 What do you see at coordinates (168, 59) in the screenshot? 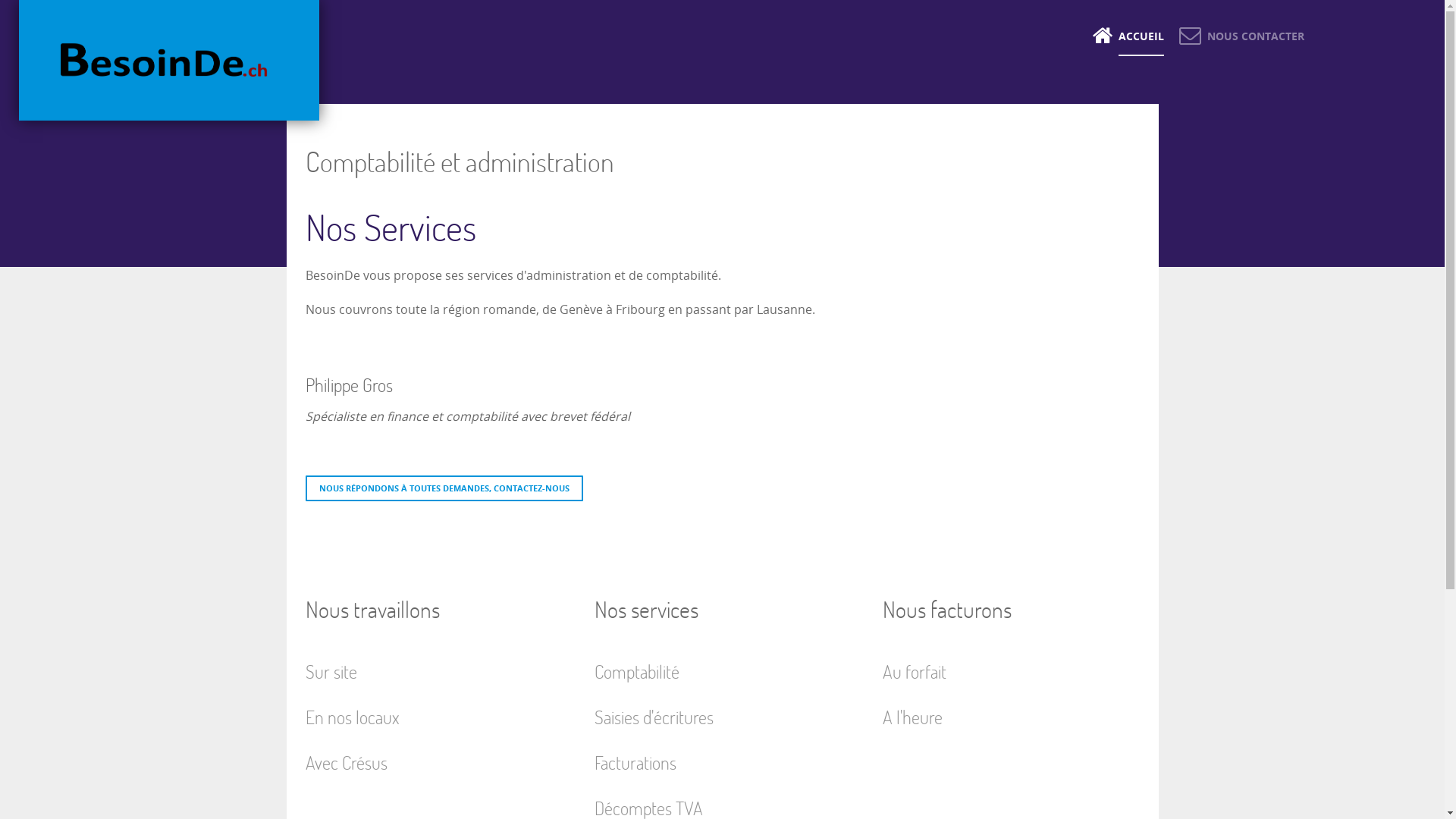
I see `'Photon'` at bounding box center [168, 59].